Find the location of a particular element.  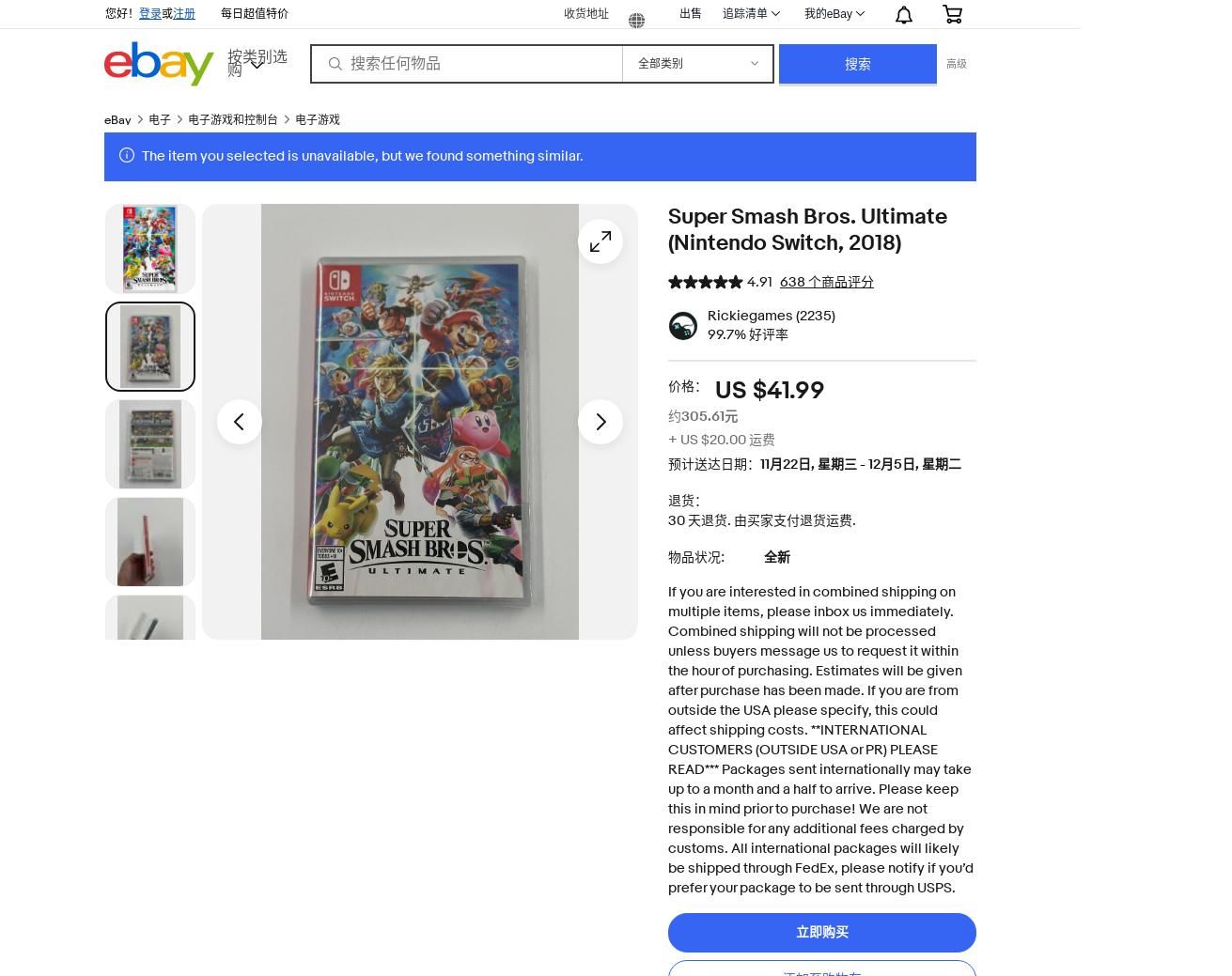

'US $41.99' is located at coordinates (770, 390).